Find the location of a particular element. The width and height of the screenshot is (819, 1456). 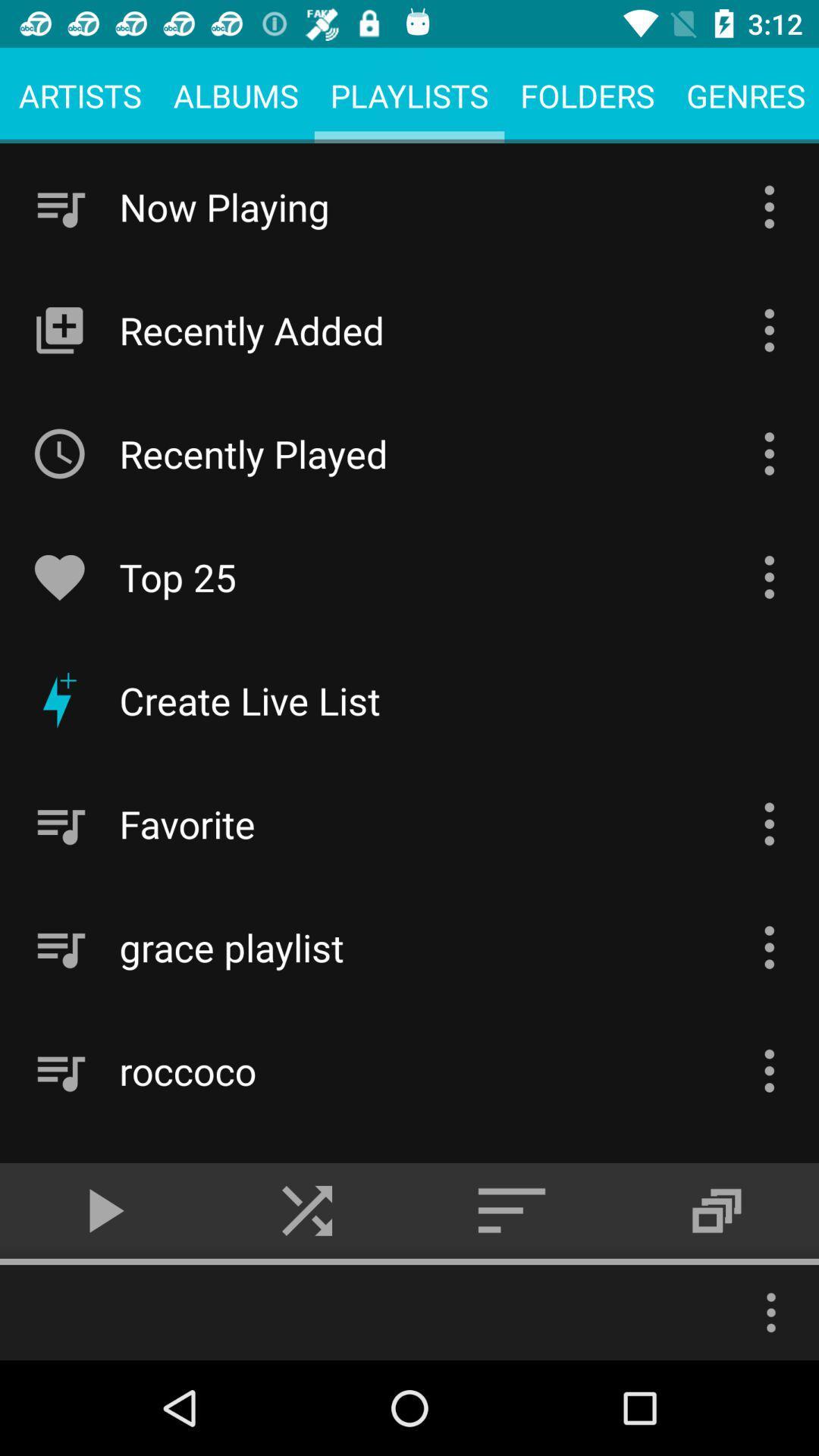

the facebook icon is located at coordinates (717, 1210).